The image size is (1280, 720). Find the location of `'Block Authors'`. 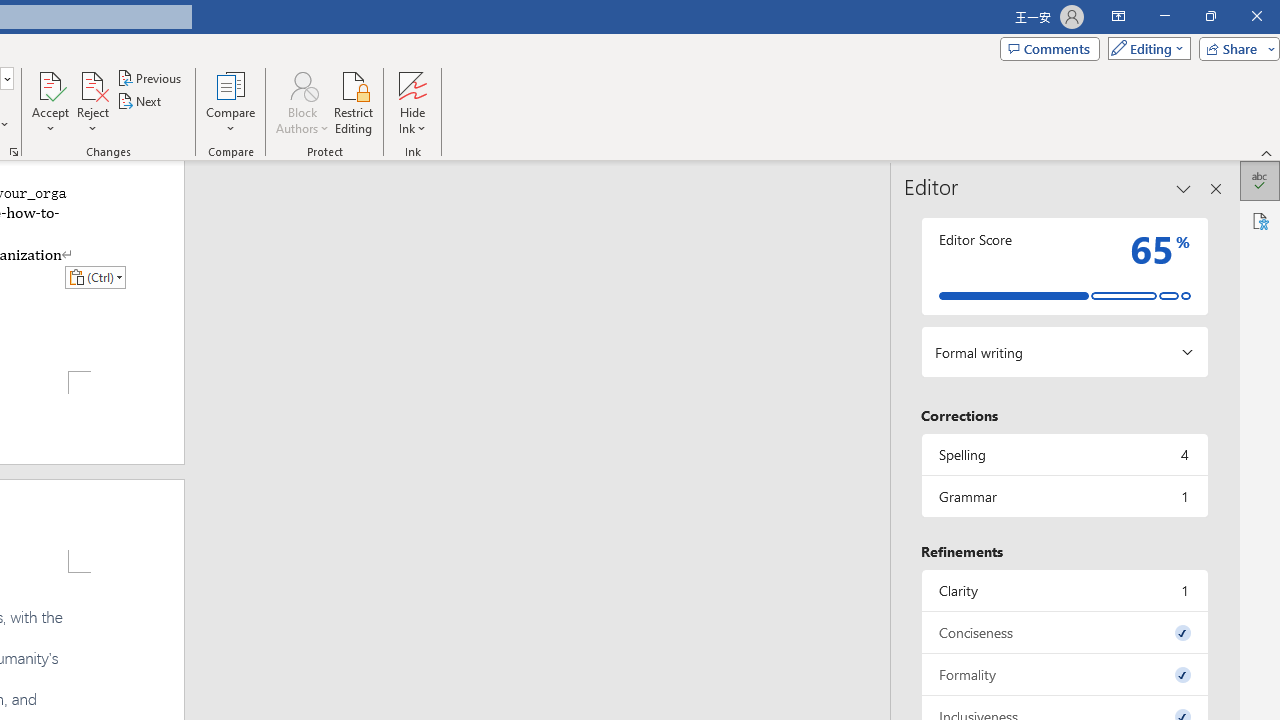

'Block Authors' is located at coordinates (301, 84).